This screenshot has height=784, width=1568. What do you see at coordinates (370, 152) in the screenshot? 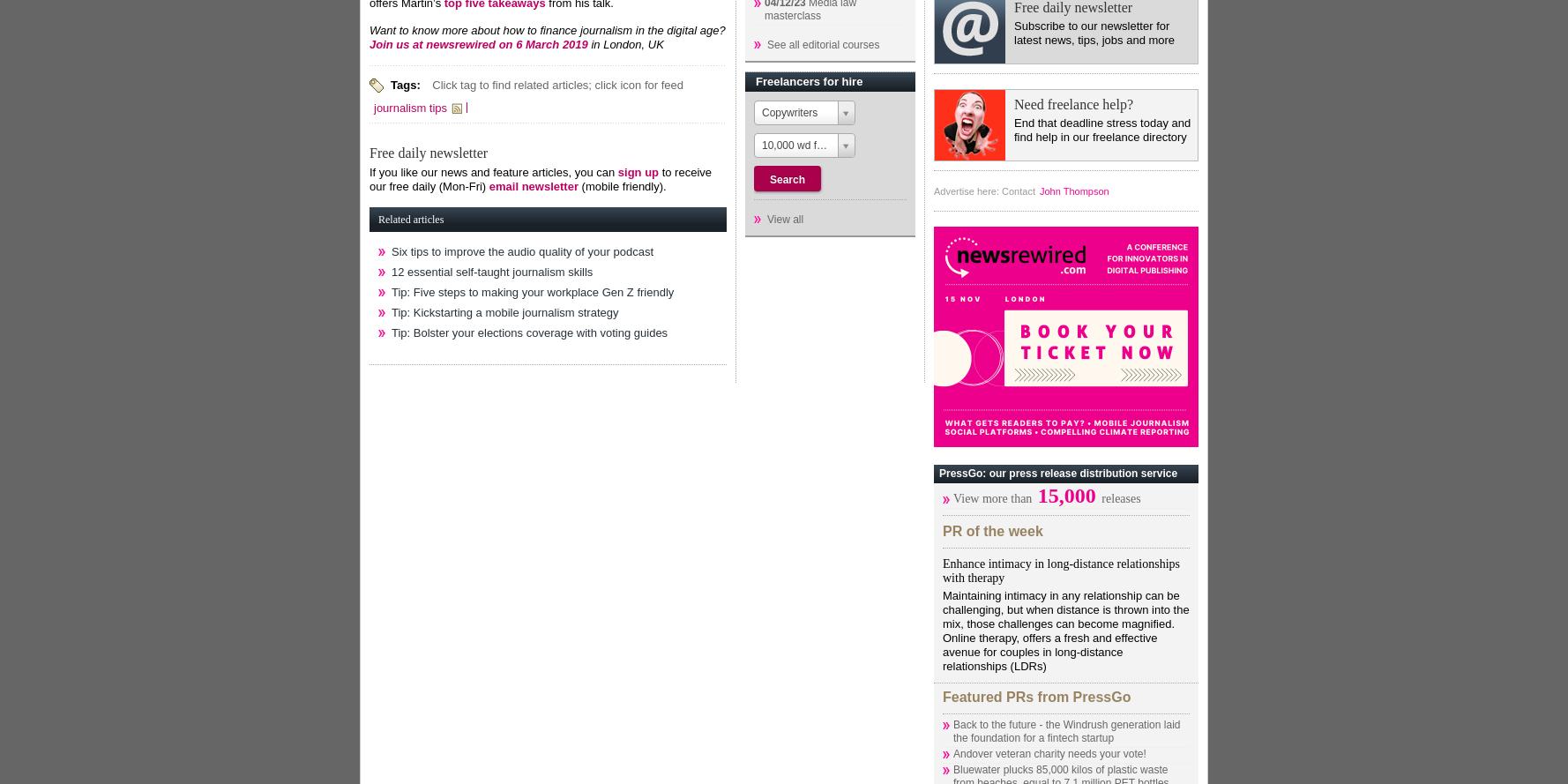
I see `'Free daily newsletter'` at bounding box center [370, 152].